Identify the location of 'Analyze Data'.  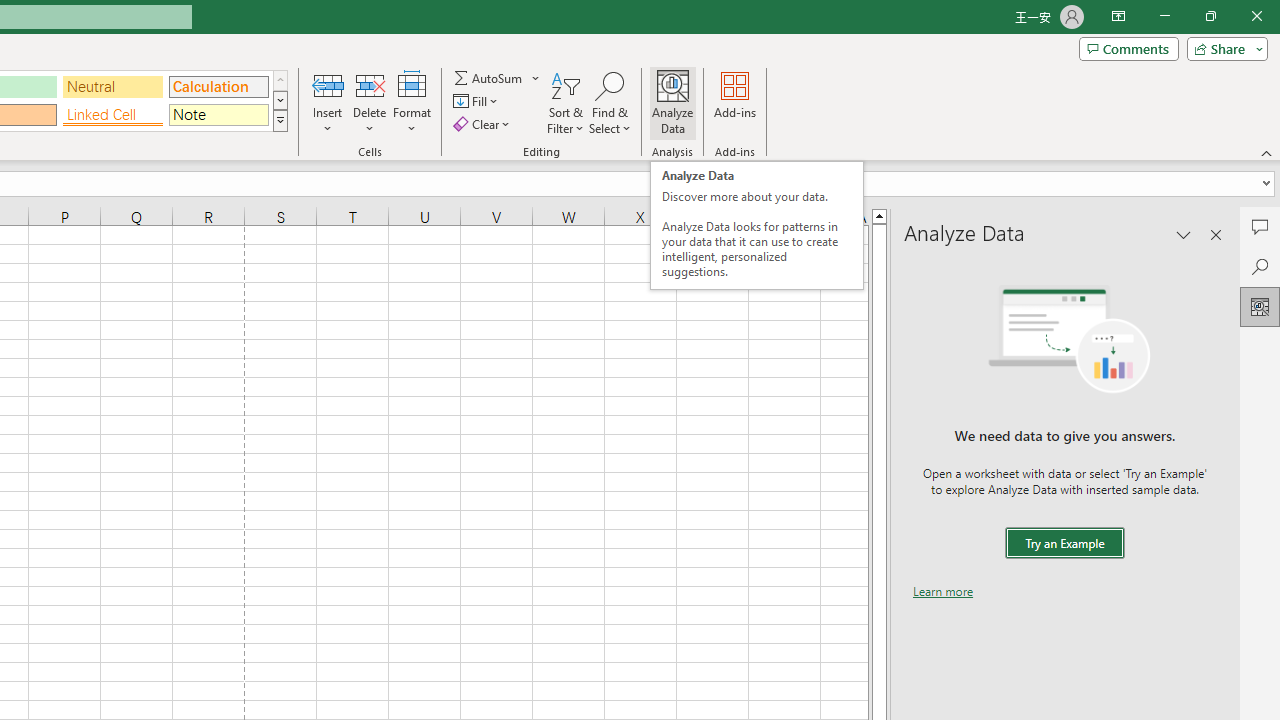
(673, 103).